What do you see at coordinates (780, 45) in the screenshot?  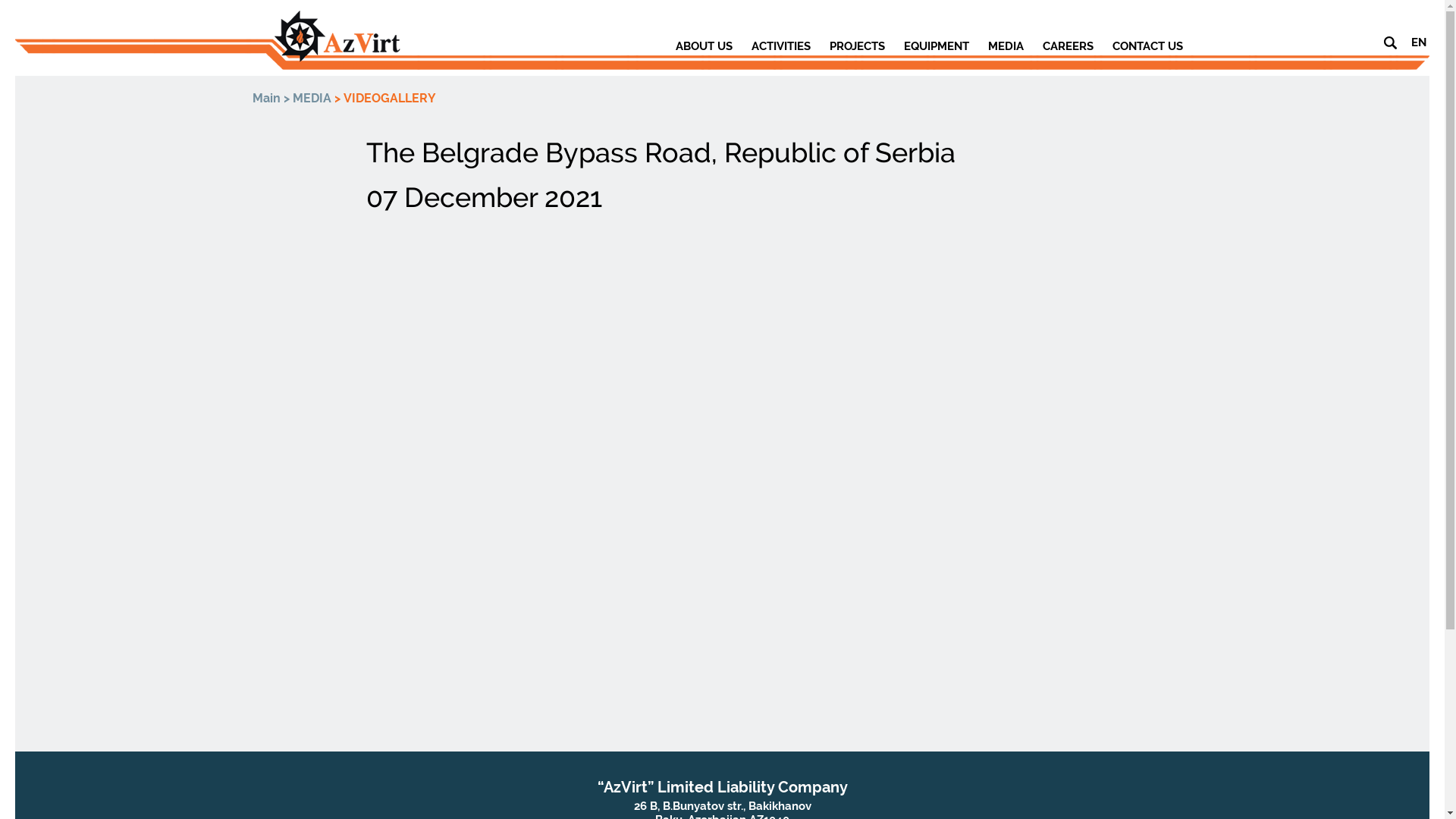 I see `'ACTIVITIES'` at bounding box center [780, 45].